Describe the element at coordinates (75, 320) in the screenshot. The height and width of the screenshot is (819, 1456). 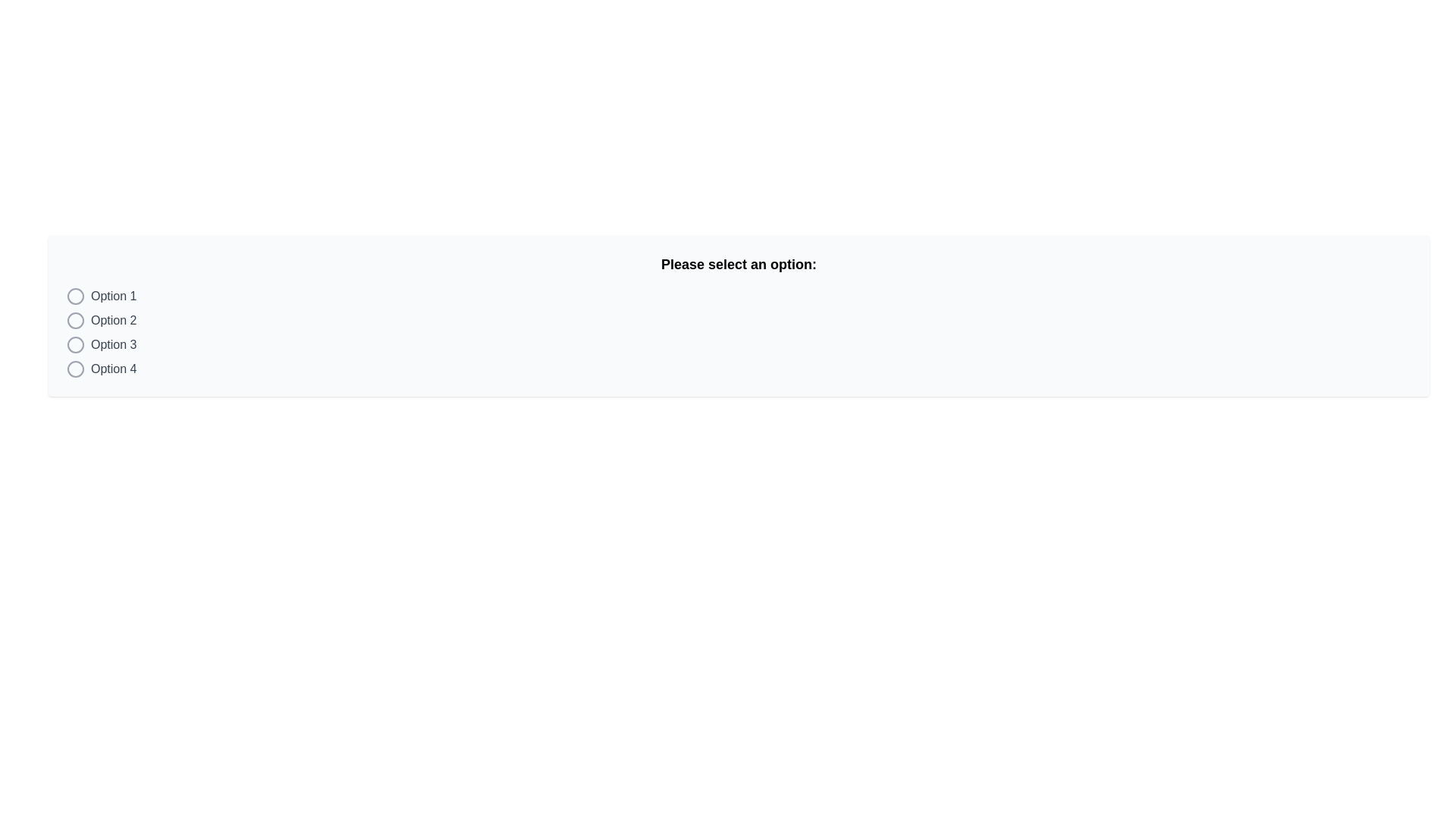
I see `the radio button for 'Option 2'` at that location.